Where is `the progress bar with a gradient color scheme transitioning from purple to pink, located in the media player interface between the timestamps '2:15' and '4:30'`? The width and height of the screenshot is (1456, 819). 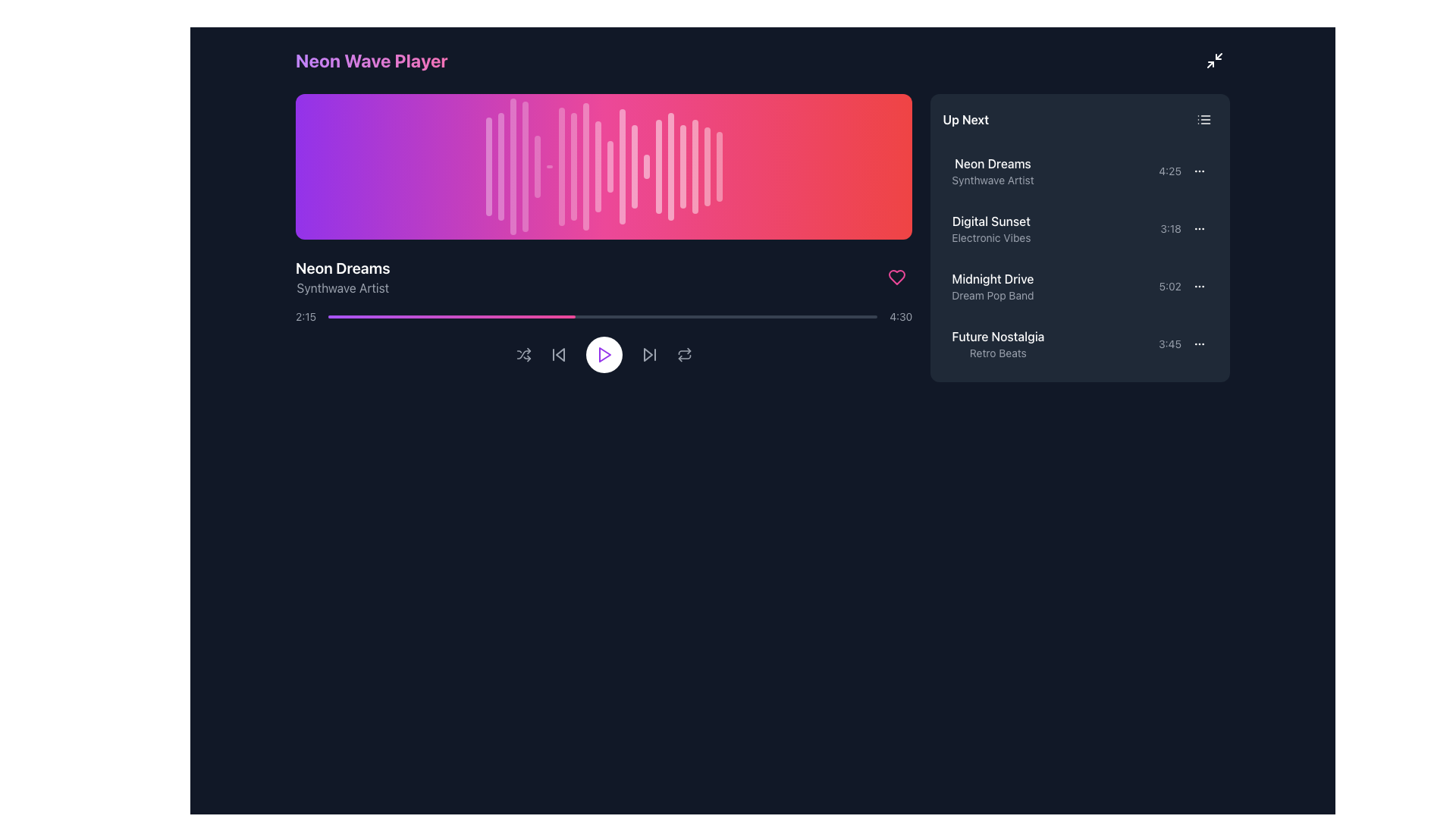 the progress bar with a gradient color scheme transitioning from purple to pink, located in the media player interface between the timestamps '2:15' and '4:30' is located at coordinates (602, 315).